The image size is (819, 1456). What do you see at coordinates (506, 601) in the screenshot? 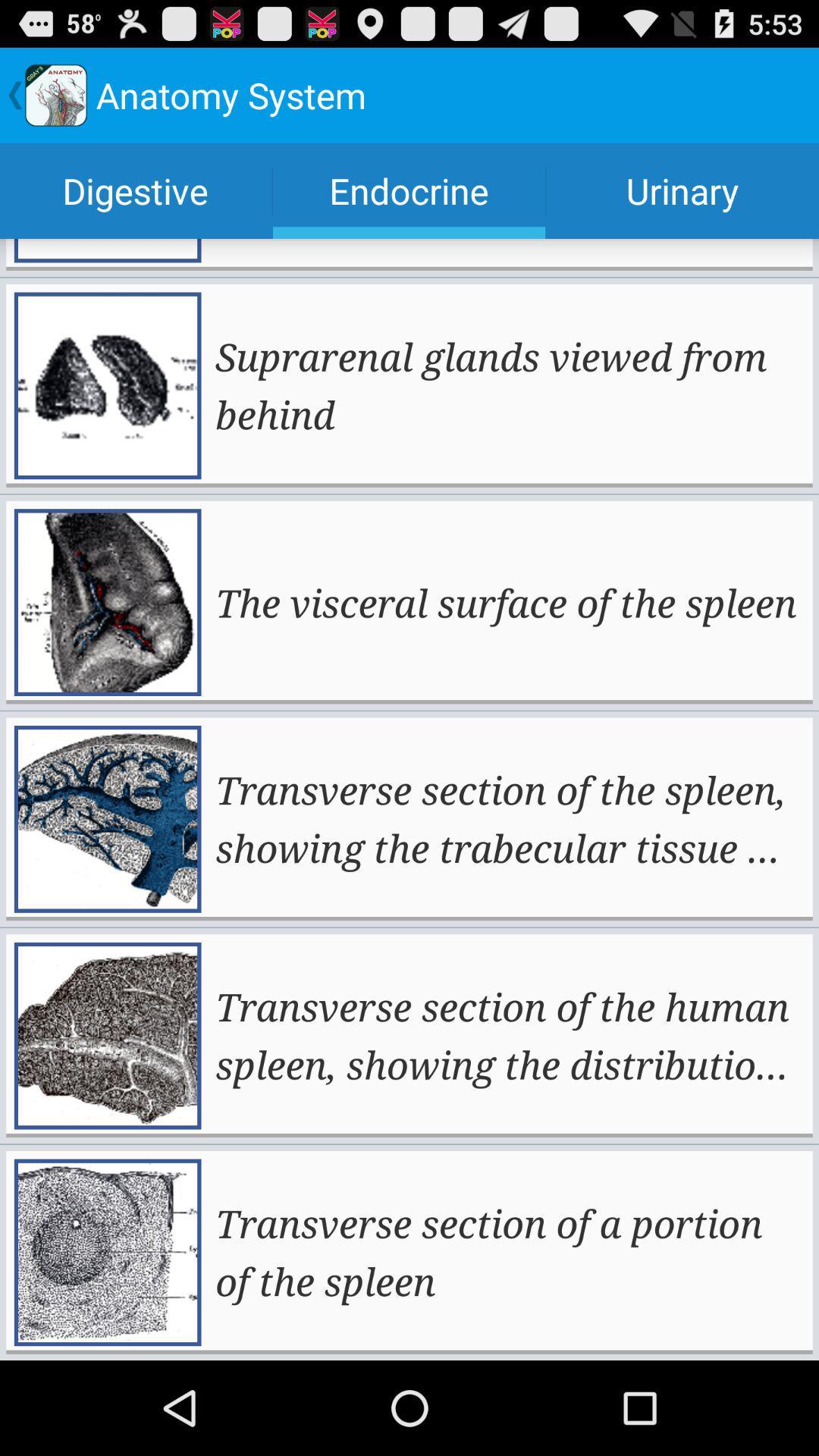
I see `the the visceral surface icon` at bounding box center [506, 601].